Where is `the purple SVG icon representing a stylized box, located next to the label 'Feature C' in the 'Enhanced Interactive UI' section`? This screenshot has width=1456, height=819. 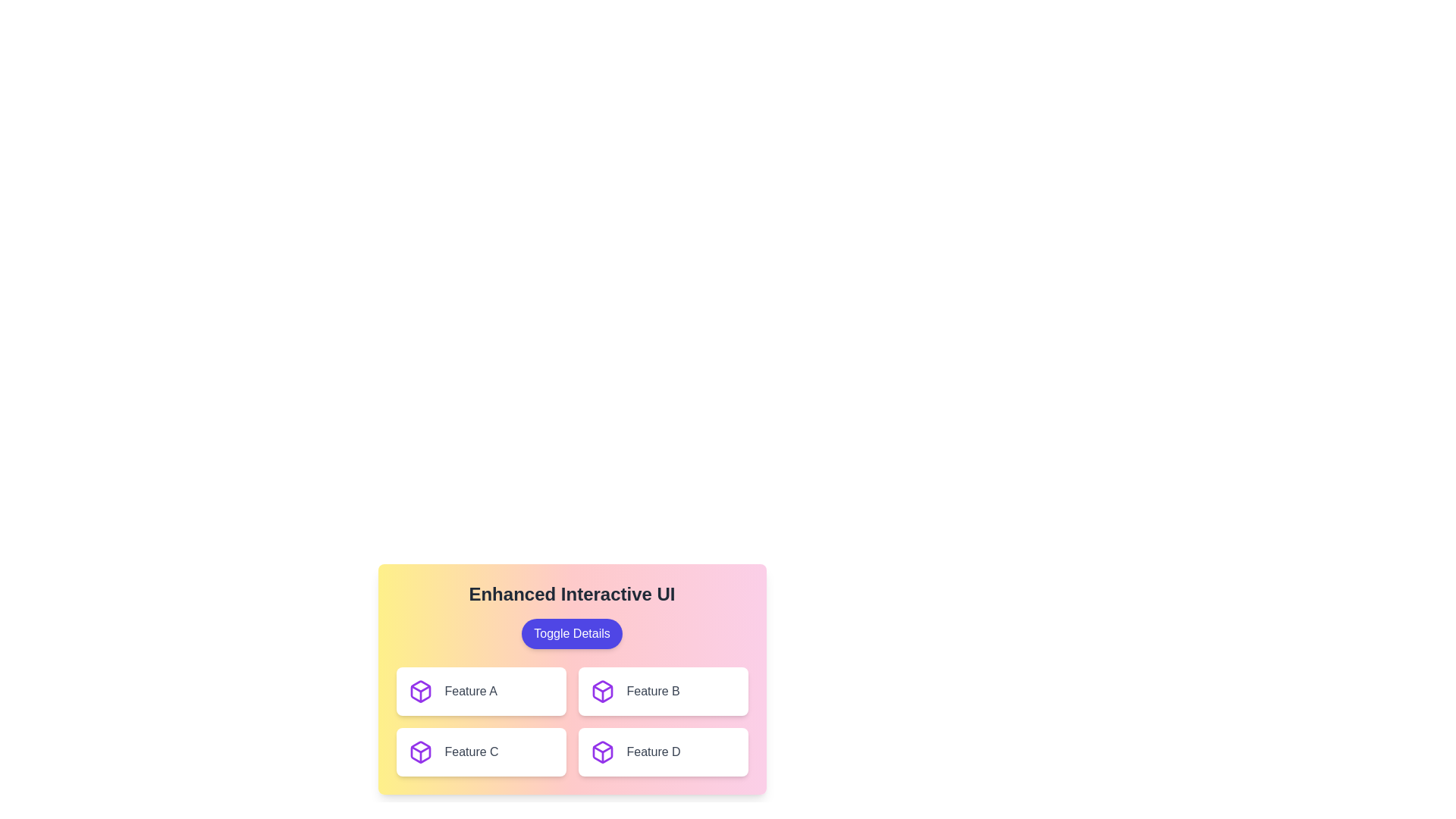
the purple SVG icon representing a stylized box, located next to the label 'Feature C' in the 'Enhanced Interactive UI' section is located at coordinates (420, 752).